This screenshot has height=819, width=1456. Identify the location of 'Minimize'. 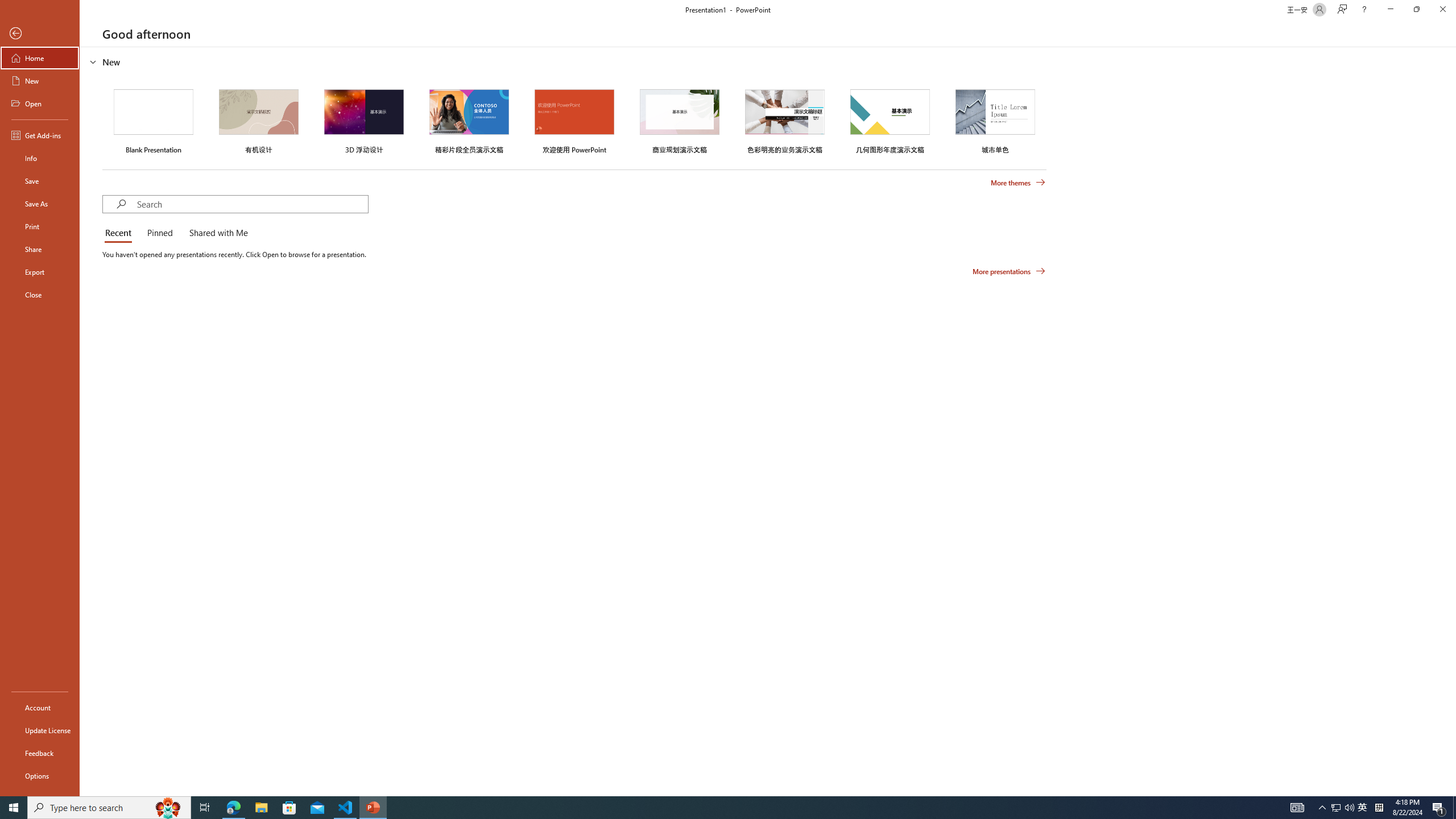
(1389, 9).